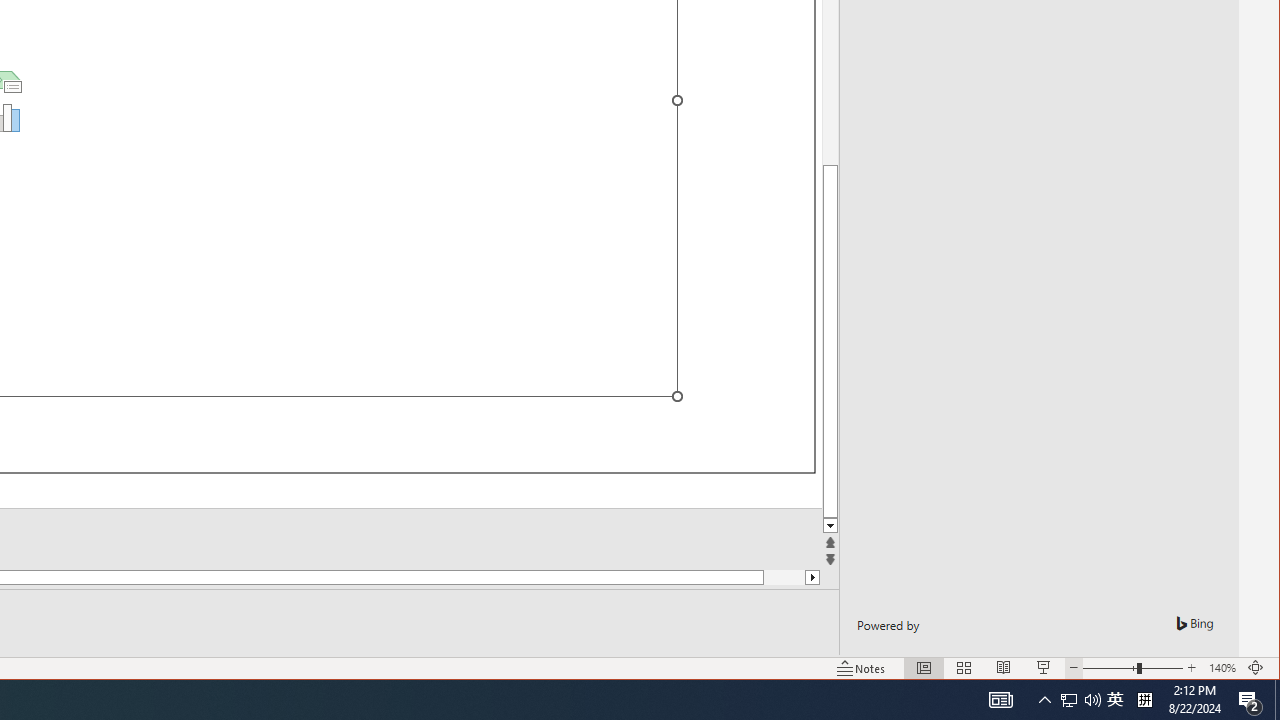  Describe the element at coordinates (1144, 698) in the screenshot. I see `'Tray Input Indicator - Chinese (Simplified, China)'` at that location.